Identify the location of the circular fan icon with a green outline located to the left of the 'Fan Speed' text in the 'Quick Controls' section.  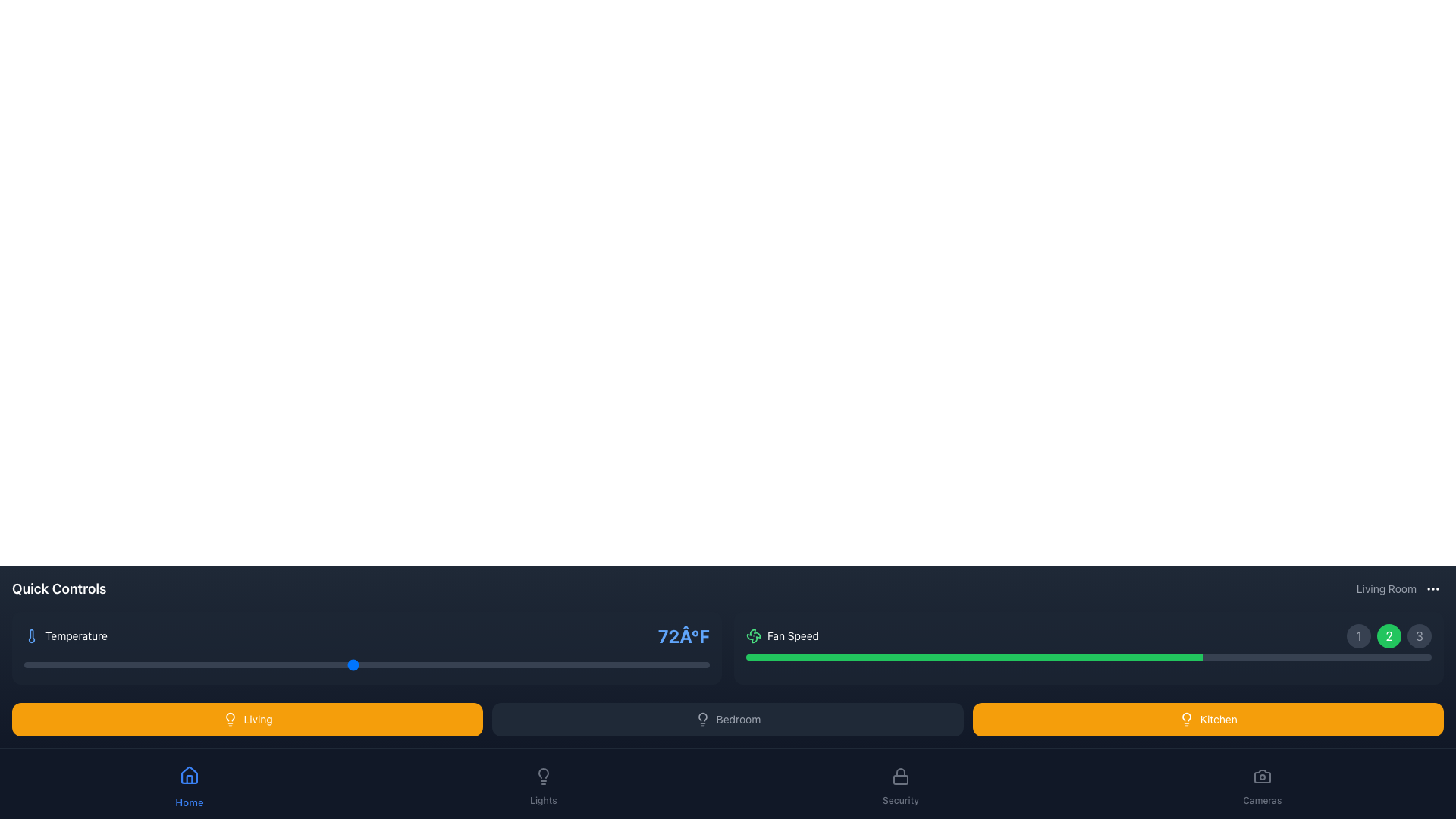
(753, 636).